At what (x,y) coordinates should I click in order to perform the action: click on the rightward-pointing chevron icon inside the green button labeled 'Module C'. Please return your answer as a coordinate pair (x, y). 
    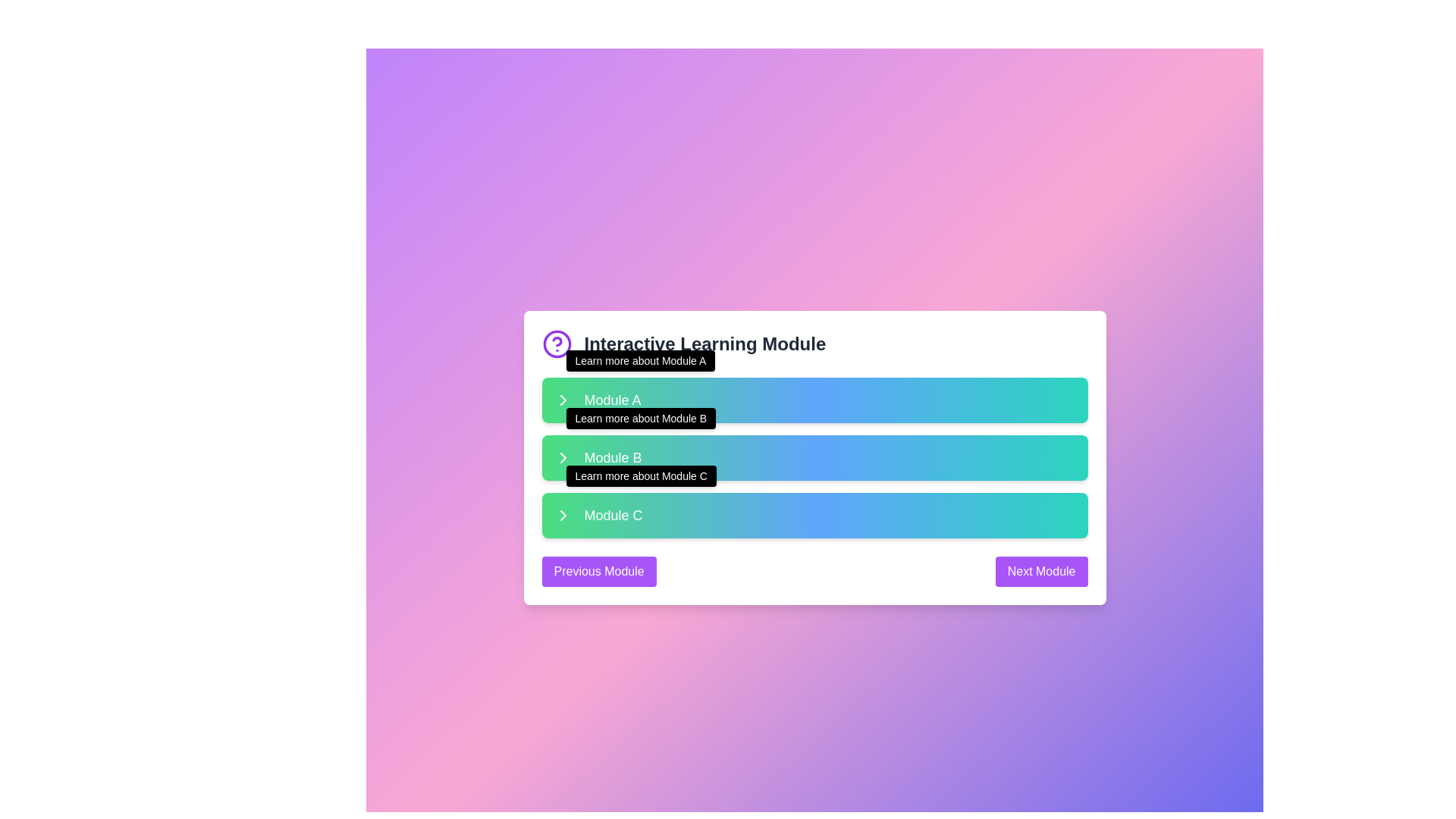
    Looking at the image, I should click on (562, 514).